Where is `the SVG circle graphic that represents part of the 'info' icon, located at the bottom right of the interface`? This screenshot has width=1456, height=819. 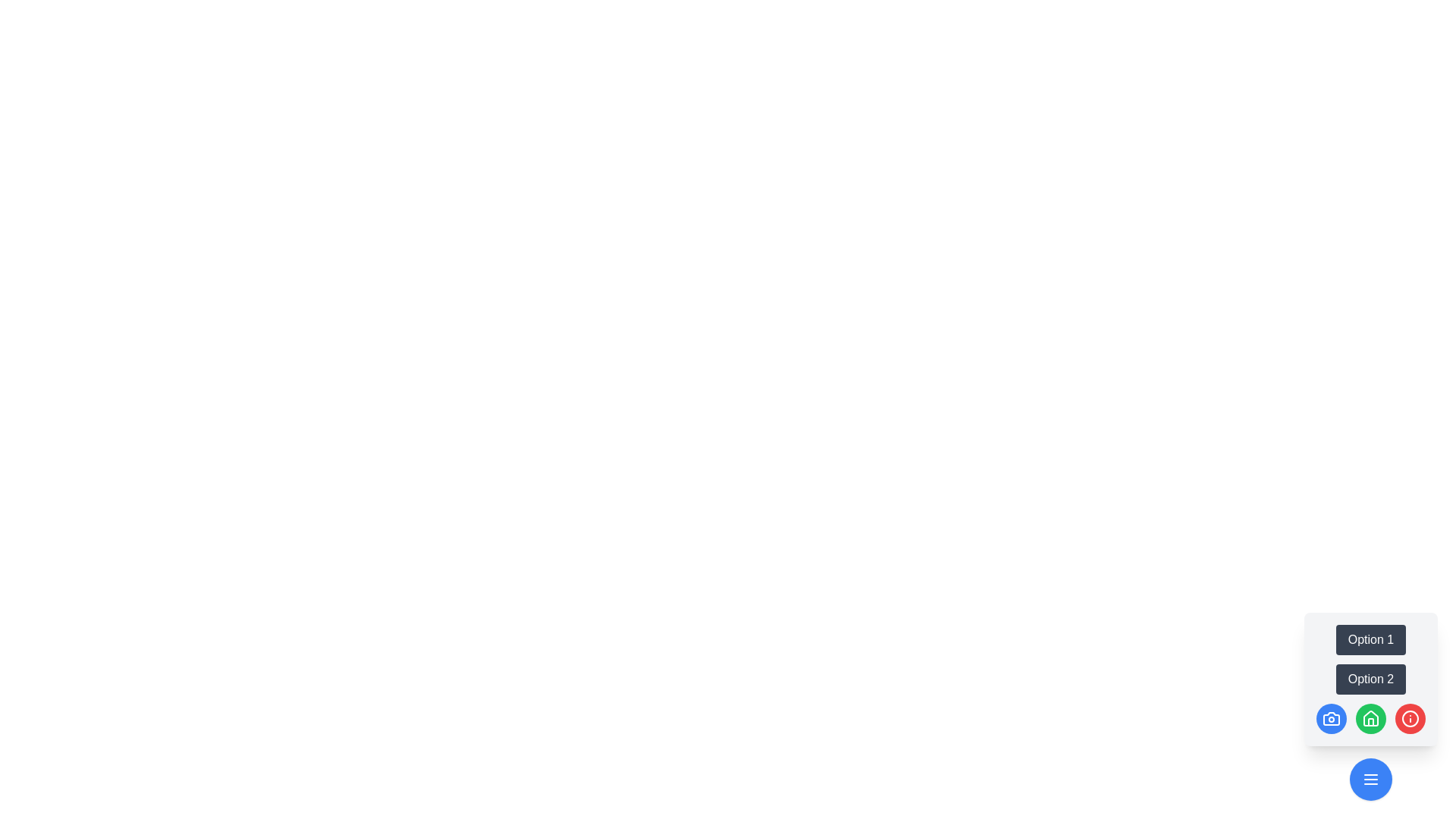 the SVG circle graphic that represents part of the 'info' icon, located at the bottom right of the interface is located at coordinates (1410, 718).